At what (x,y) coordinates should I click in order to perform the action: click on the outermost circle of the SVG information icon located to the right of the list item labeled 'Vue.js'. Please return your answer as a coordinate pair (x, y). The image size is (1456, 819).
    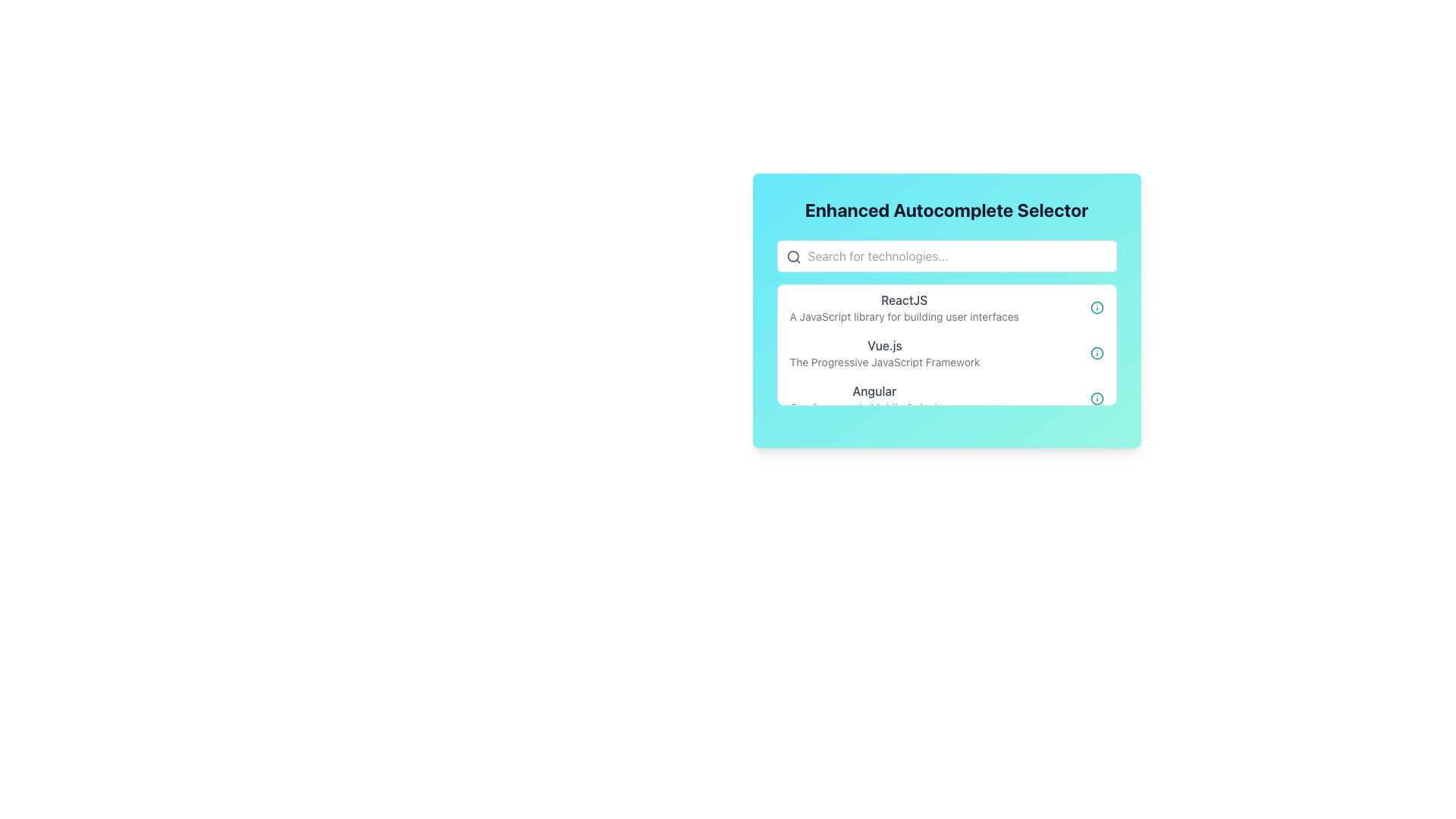
    Looking at the image, I should click on (1097, 307).